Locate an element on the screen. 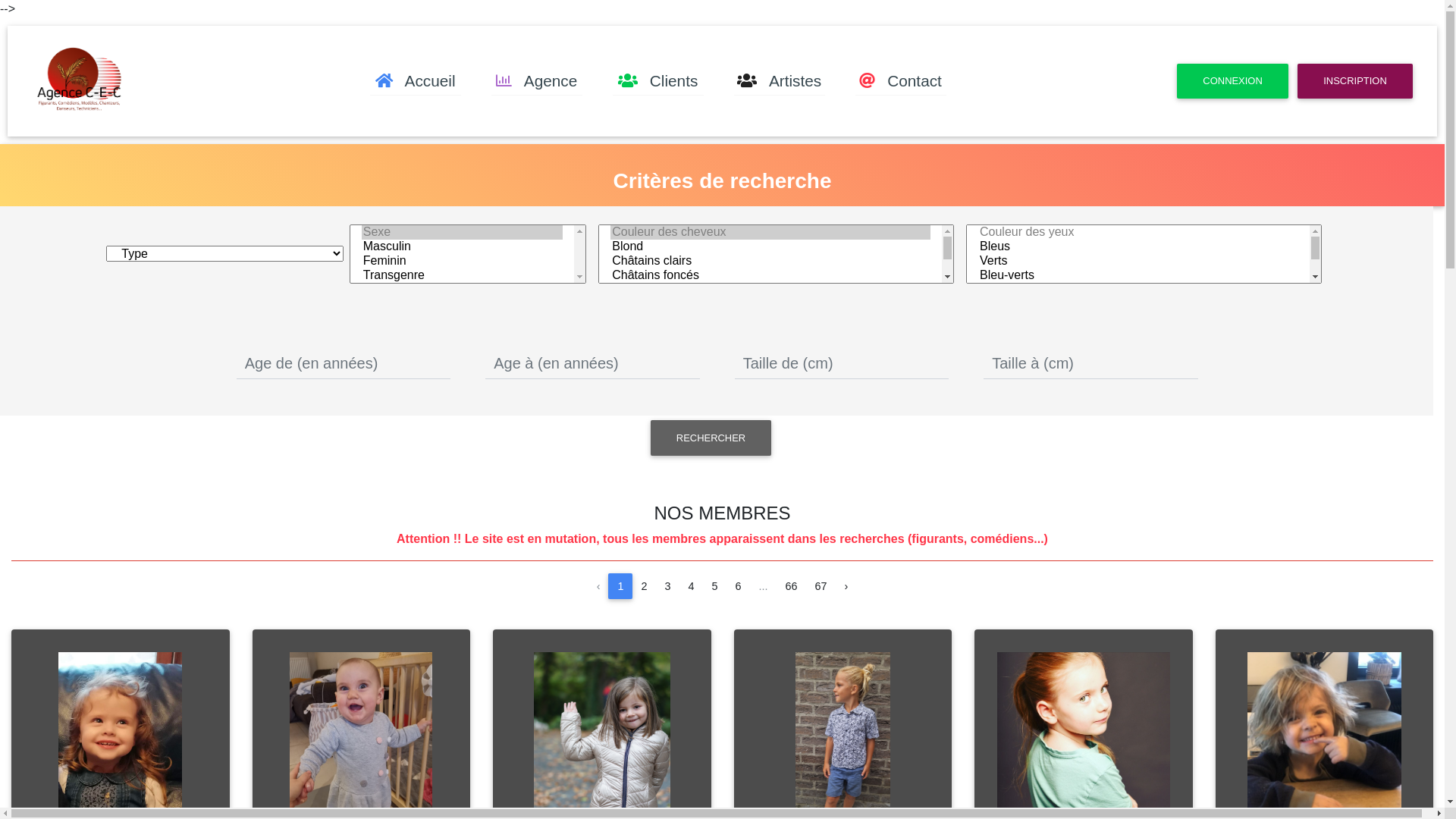 This screenshot has width=1456, height=819. '67' is located at coordinates (821, 585).